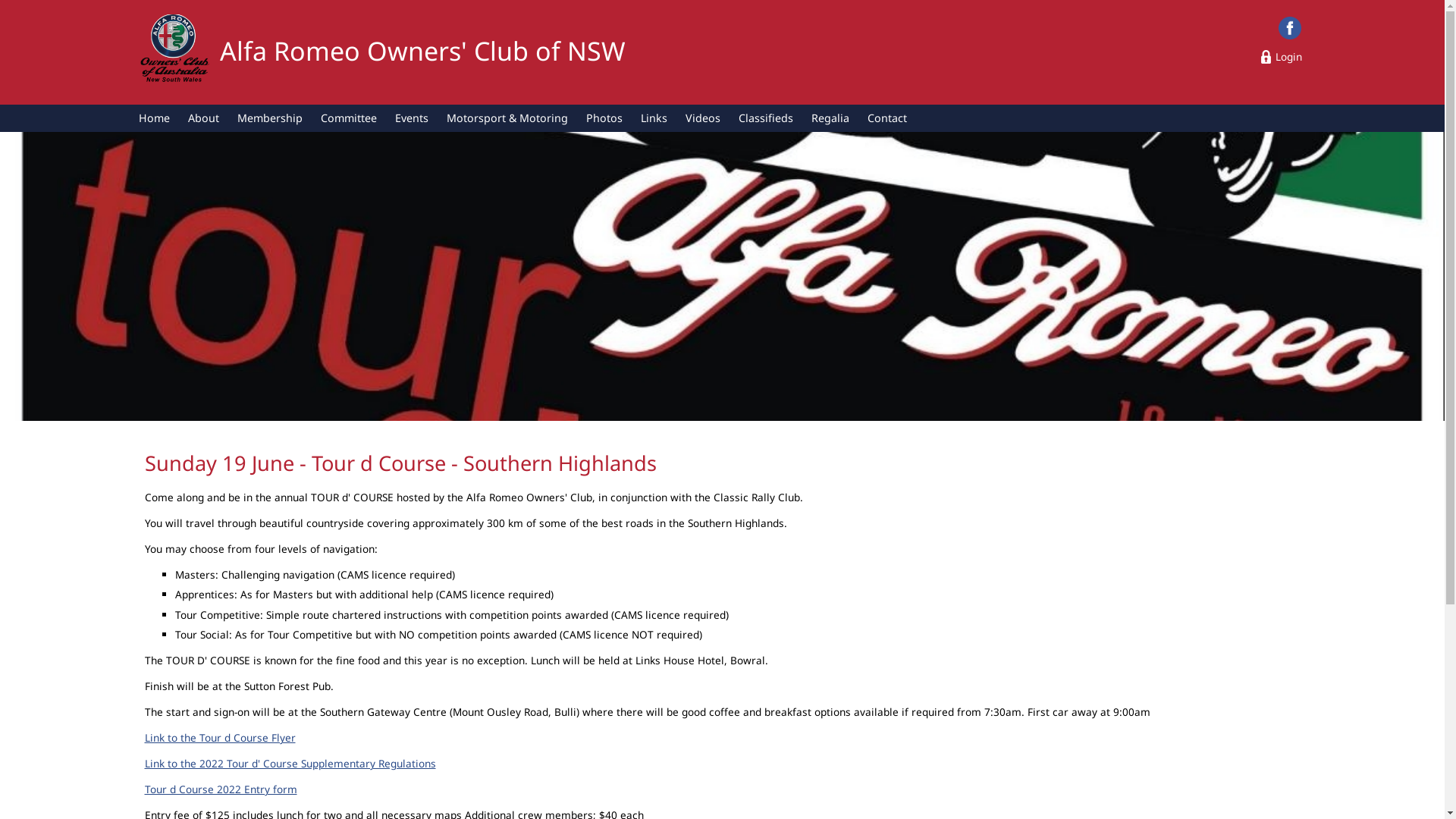  I want to click on 'Motorsport & Motoring', so click(507, 117).